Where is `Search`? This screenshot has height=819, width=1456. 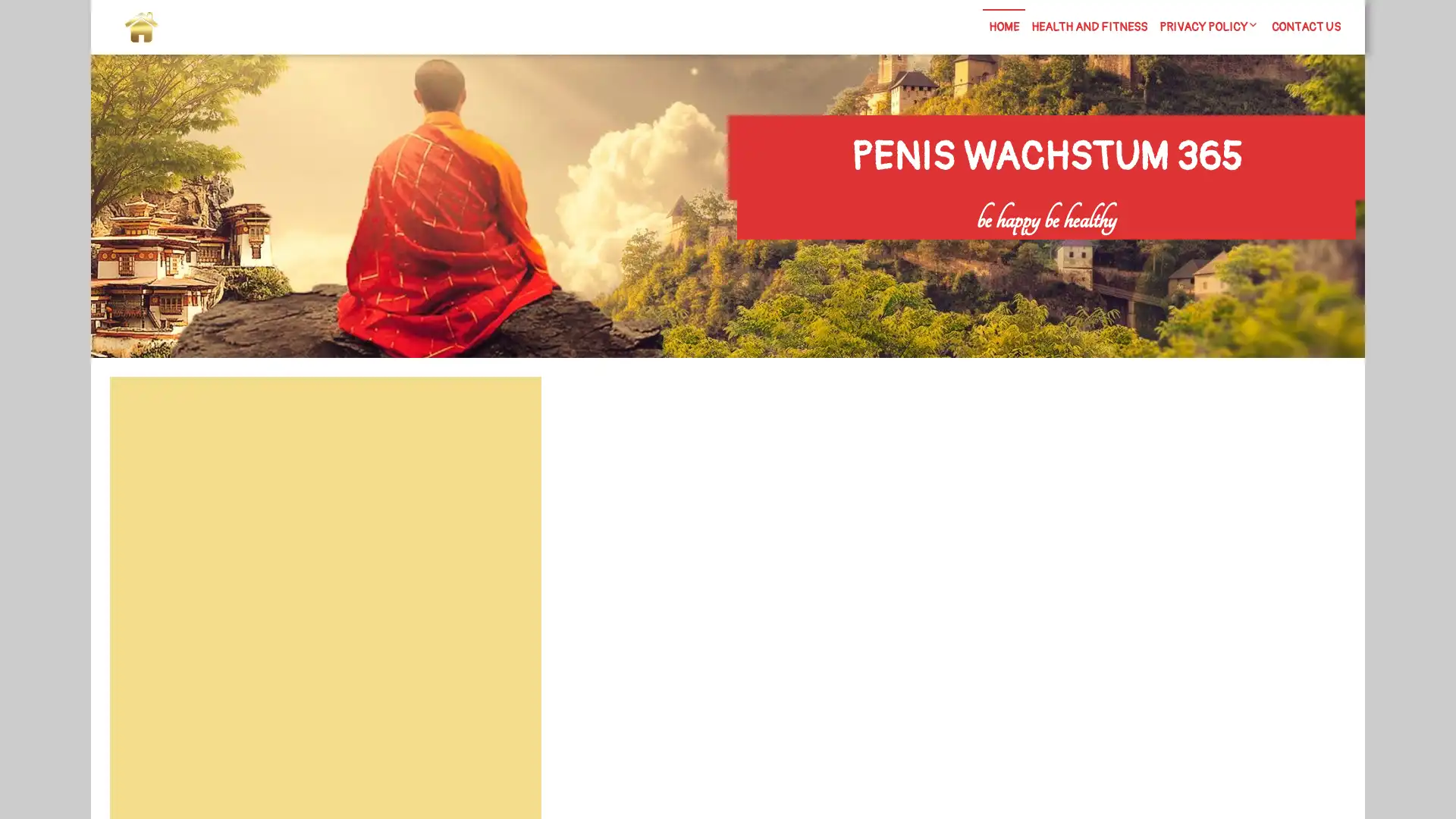 Search is located at coordinates (1181, 248).